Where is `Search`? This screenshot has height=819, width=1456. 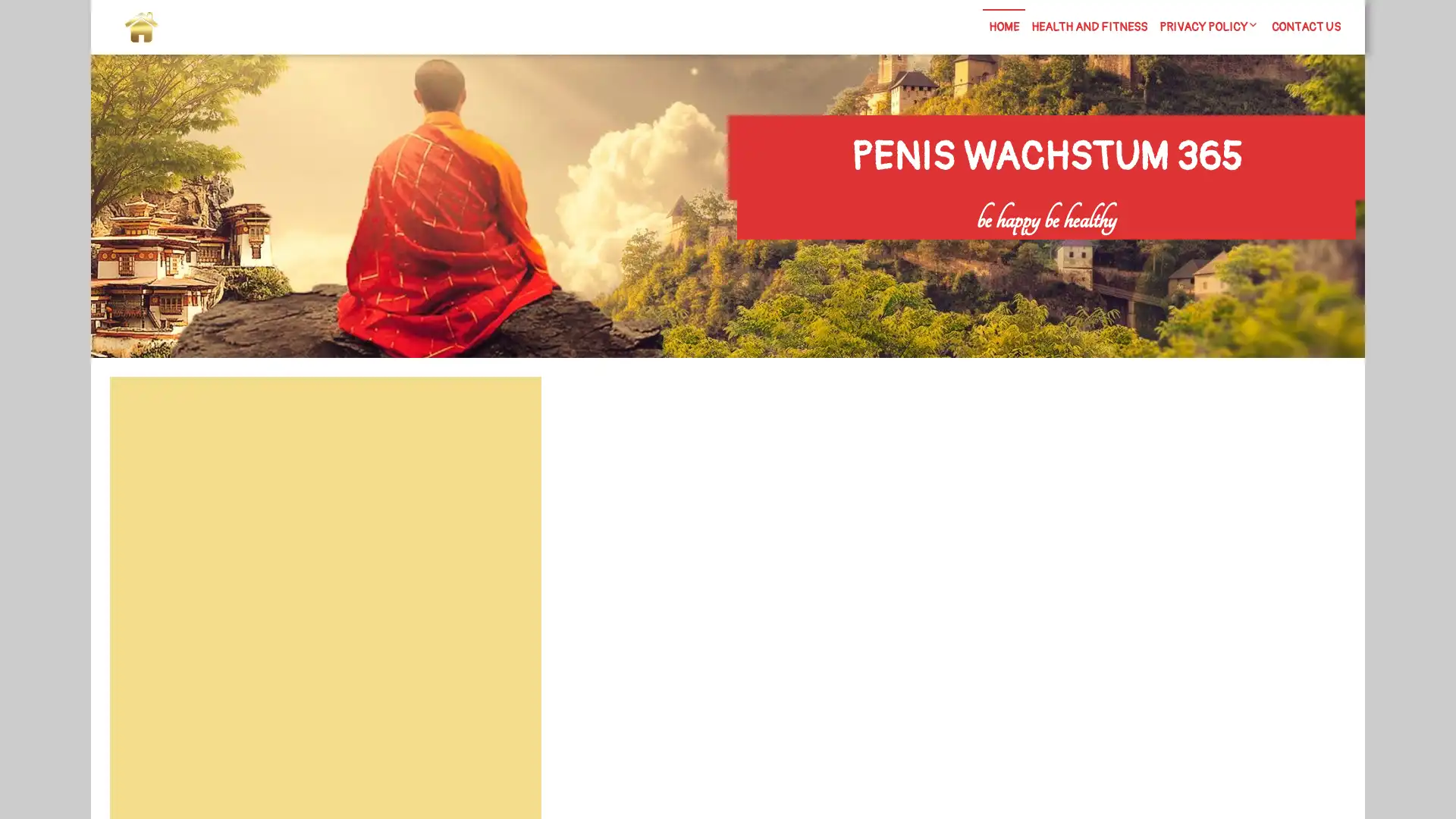 Search is located at coordinates (1181, 248).